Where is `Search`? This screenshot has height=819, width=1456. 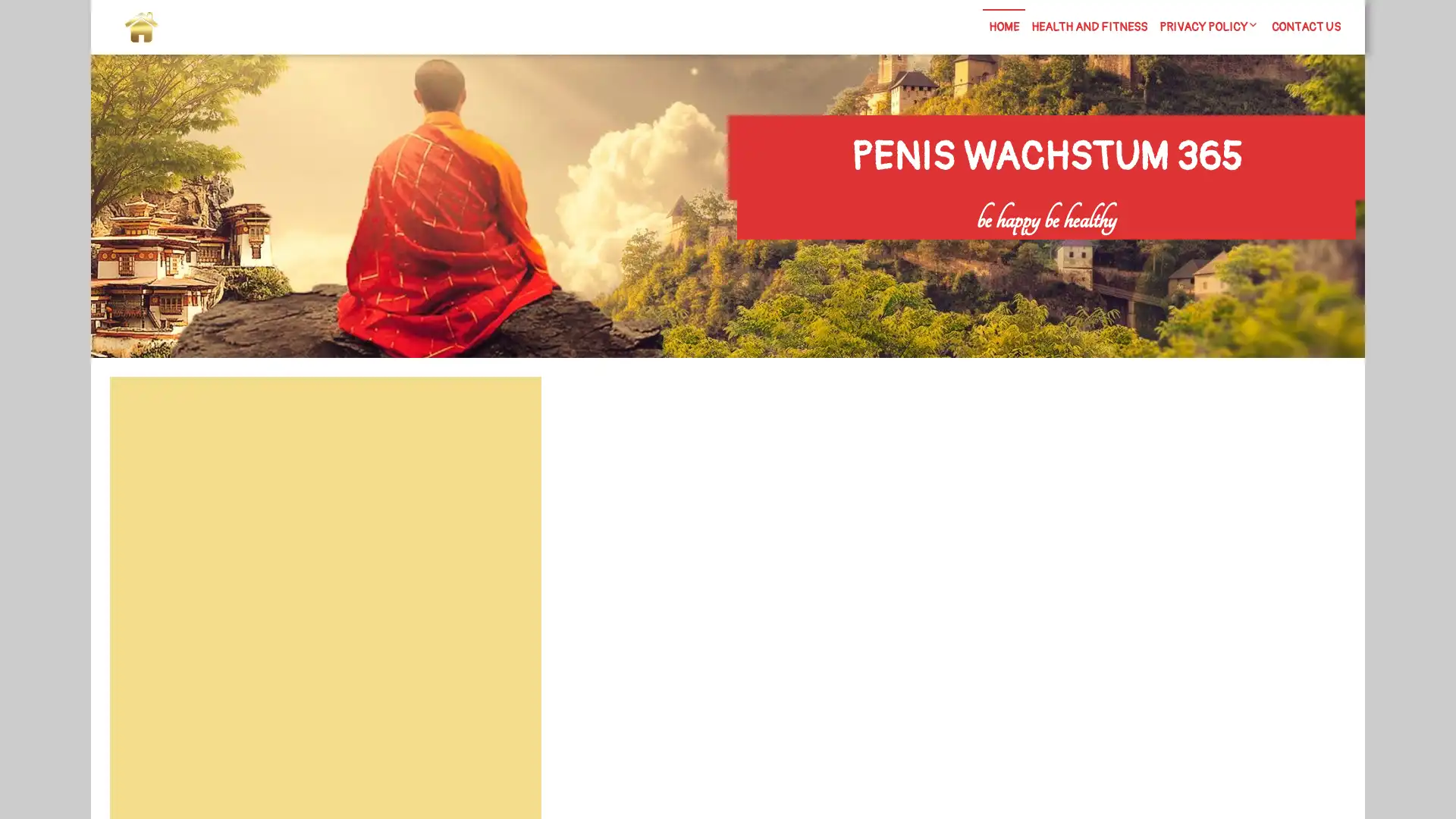 Search is located at coordinates (1181, 248).